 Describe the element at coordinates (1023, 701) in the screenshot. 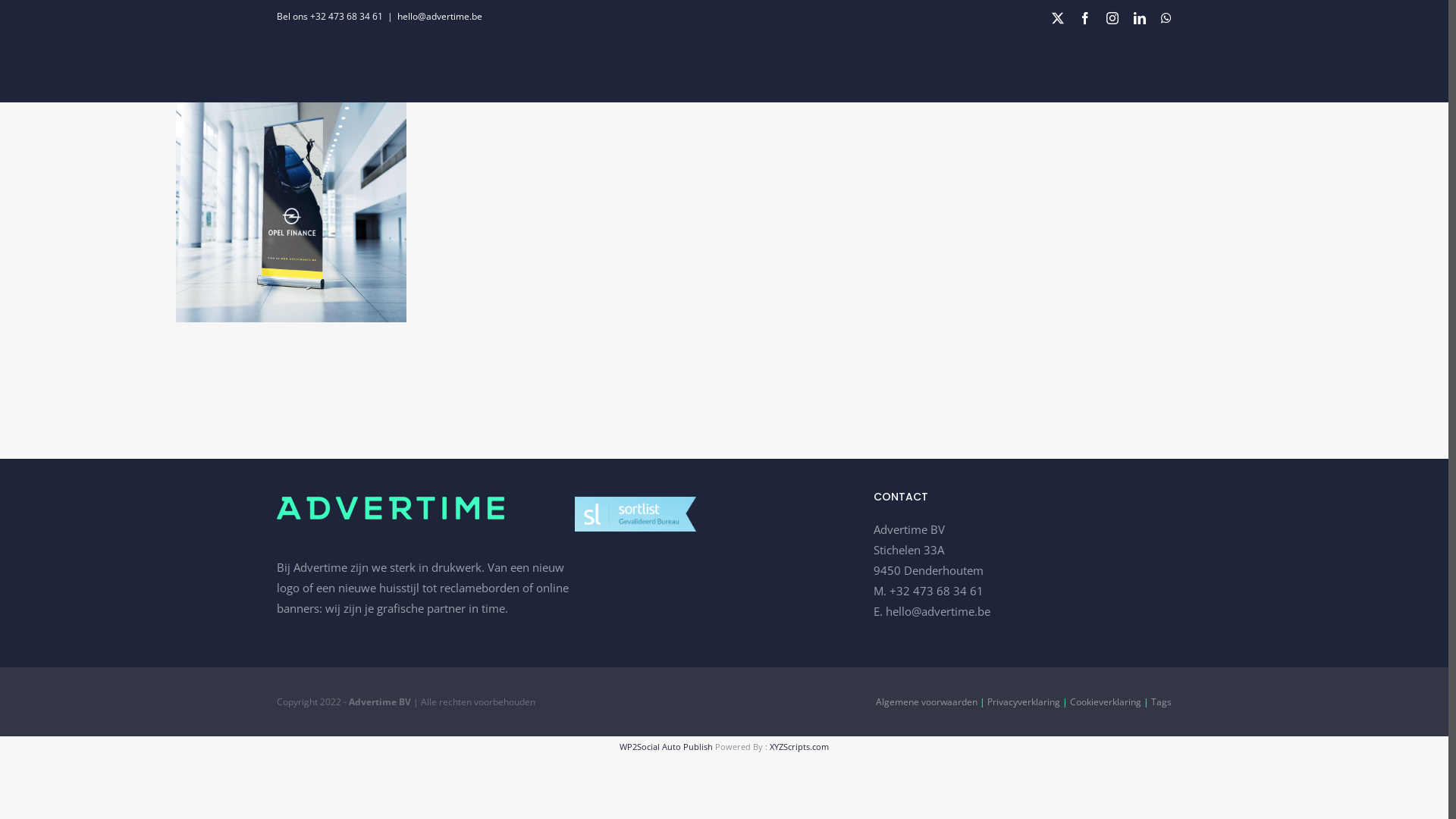

I see `'Privacyverklaring'` at that location.